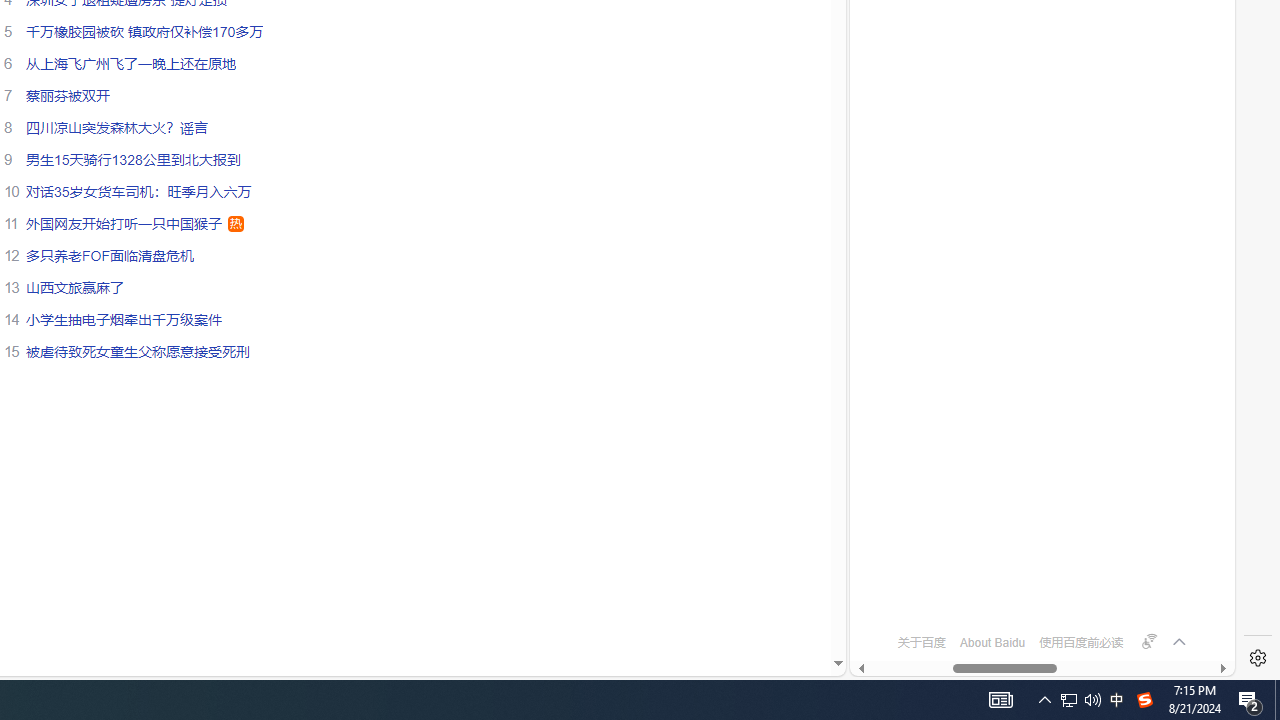 This screenshot has height=720, width=1280. I want to click on 'Settings', so click(1257, 658).